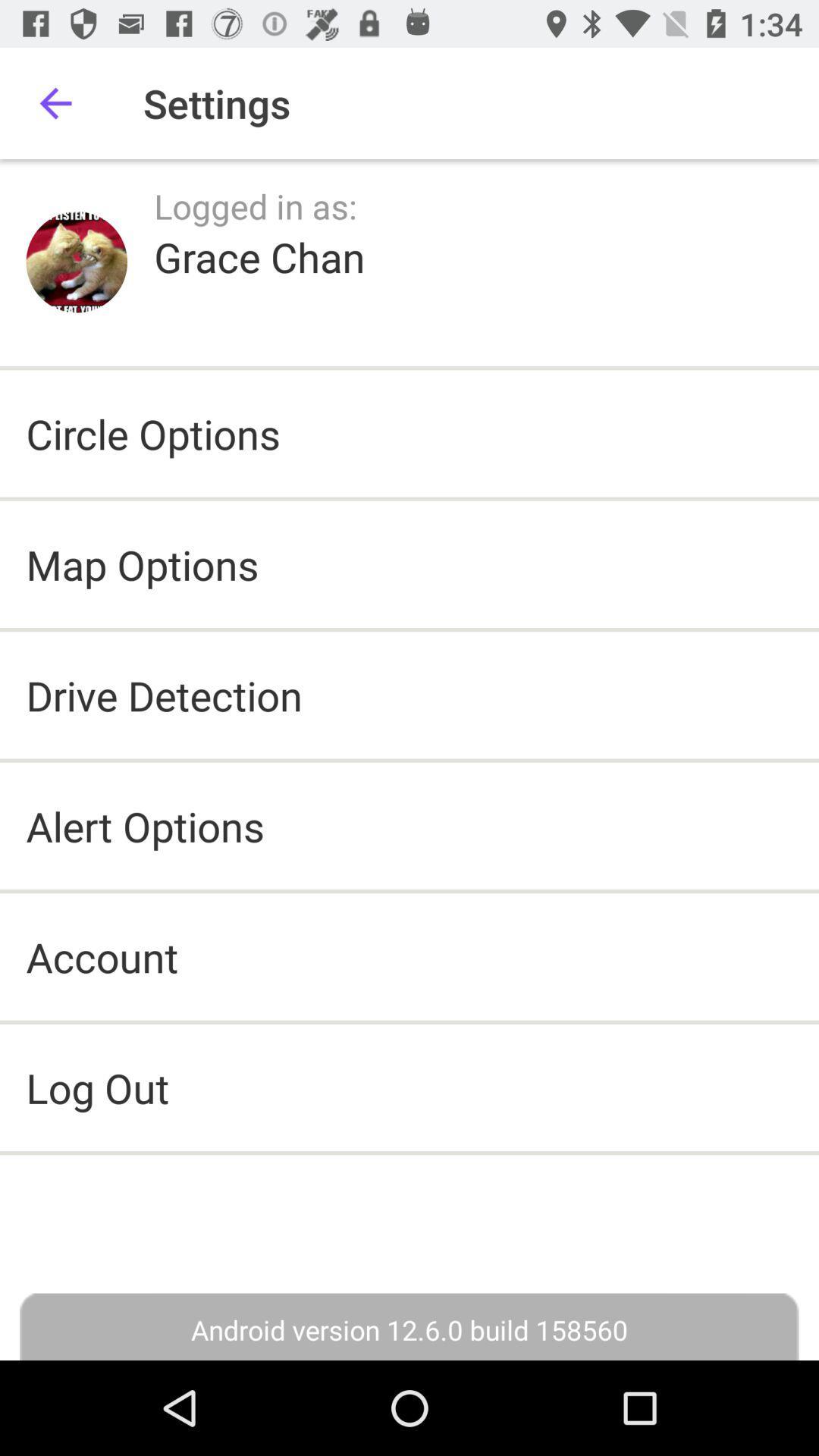 The image size is (819, 1456). What do you see at coordinates (259, 256) in the screenshot?
I see `icon above the circle options icon` at bounding box center [259, 256].